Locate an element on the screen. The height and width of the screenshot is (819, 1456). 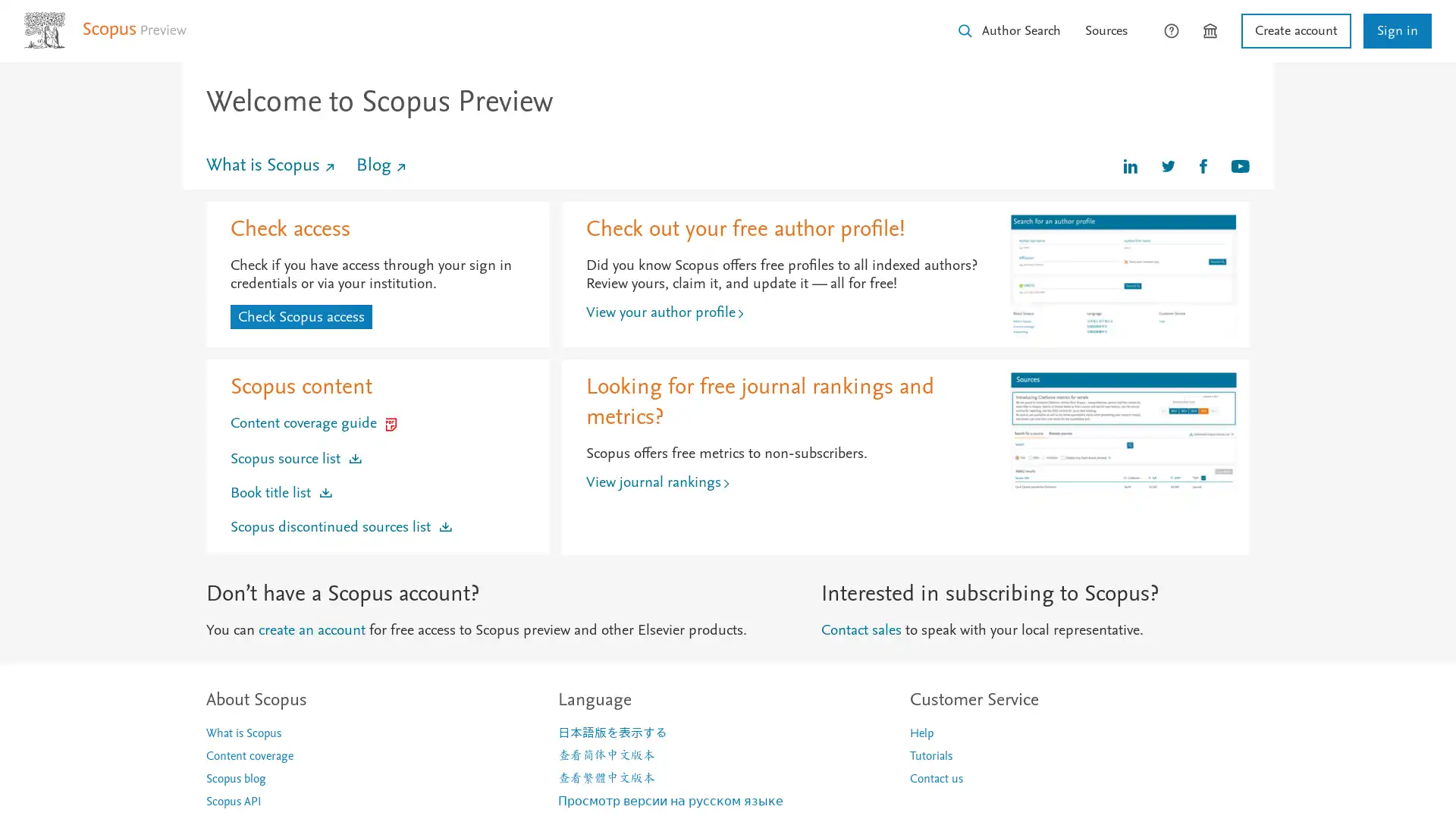
Share your thoughts is located at coordinates (1347, 752).